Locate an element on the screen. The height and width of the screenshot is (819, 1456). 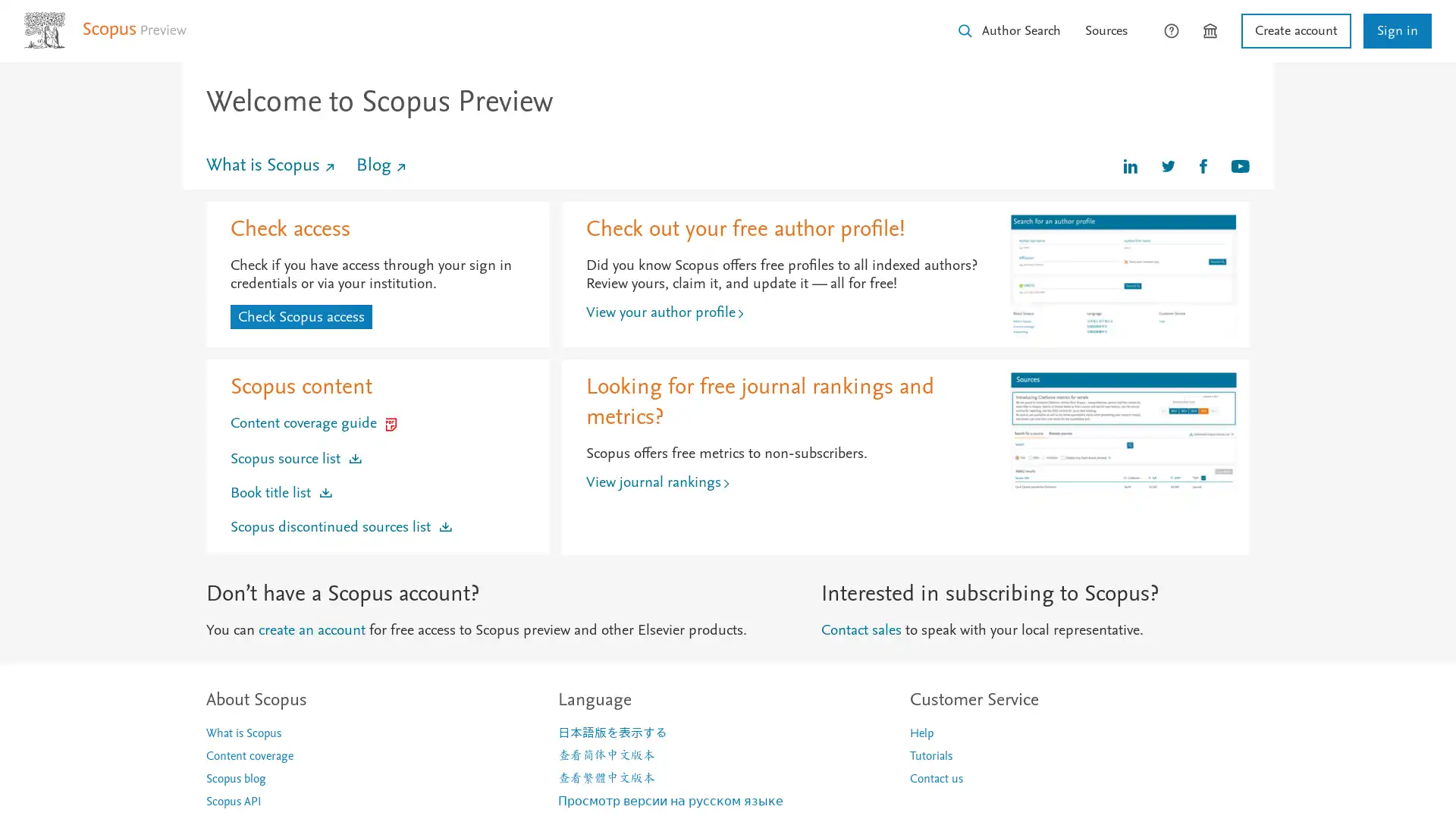
Share your thoughts is located at coordinates (1347, 752).